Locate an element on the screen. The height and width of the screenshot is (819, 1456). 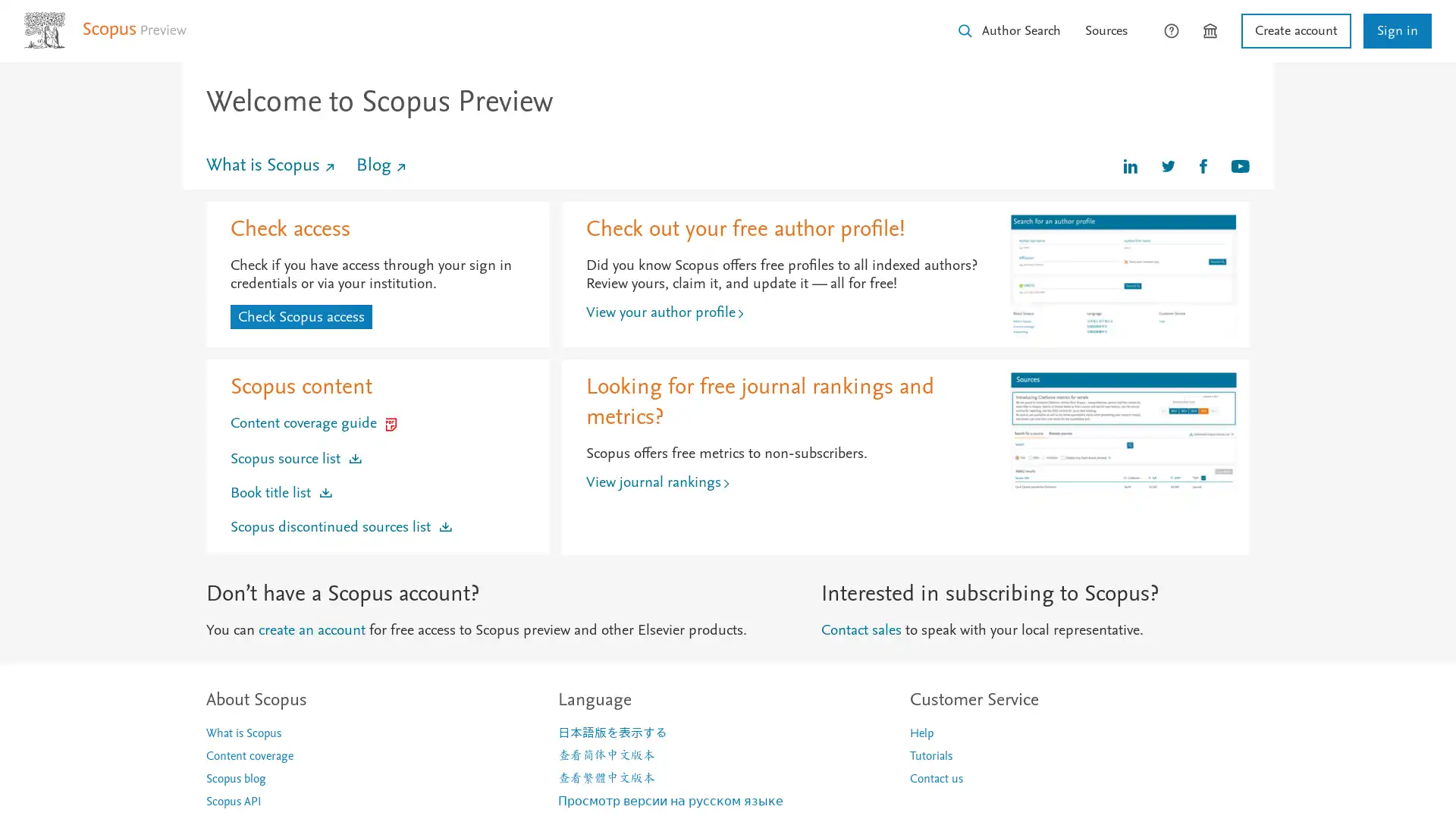
Share your thoughts is located at coordinates (1347, 752).